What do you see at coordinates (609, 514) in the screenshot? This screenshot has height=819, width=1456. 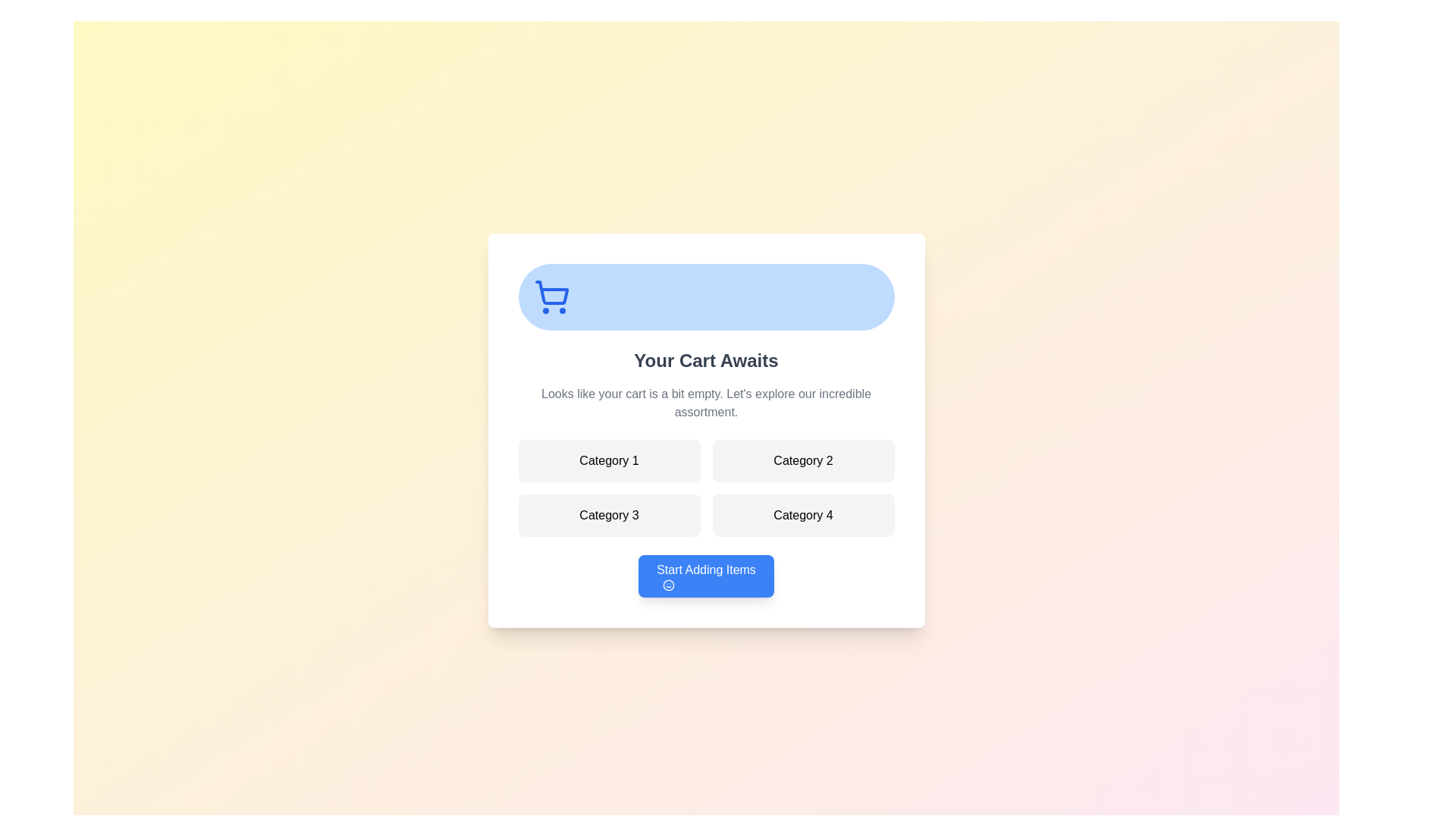 I see `the 'Category 3' button, which is a rectangular button with a light gray background and black text` at bounding box center [609, 514].